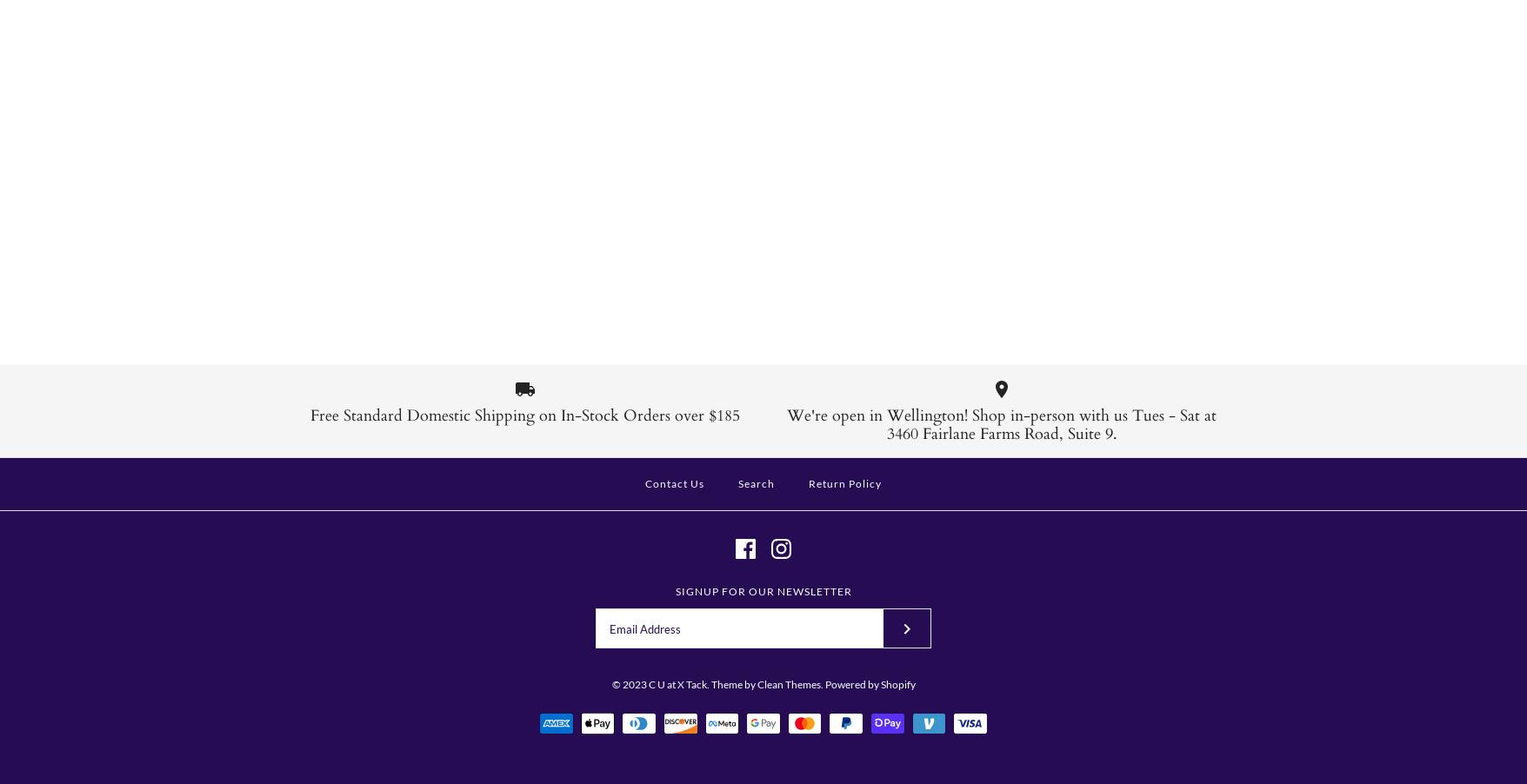  What do you see at coordinates (869, 682) in the screenshot?
I see `'Powered by Shopify'` at bounding box center [869, 682].